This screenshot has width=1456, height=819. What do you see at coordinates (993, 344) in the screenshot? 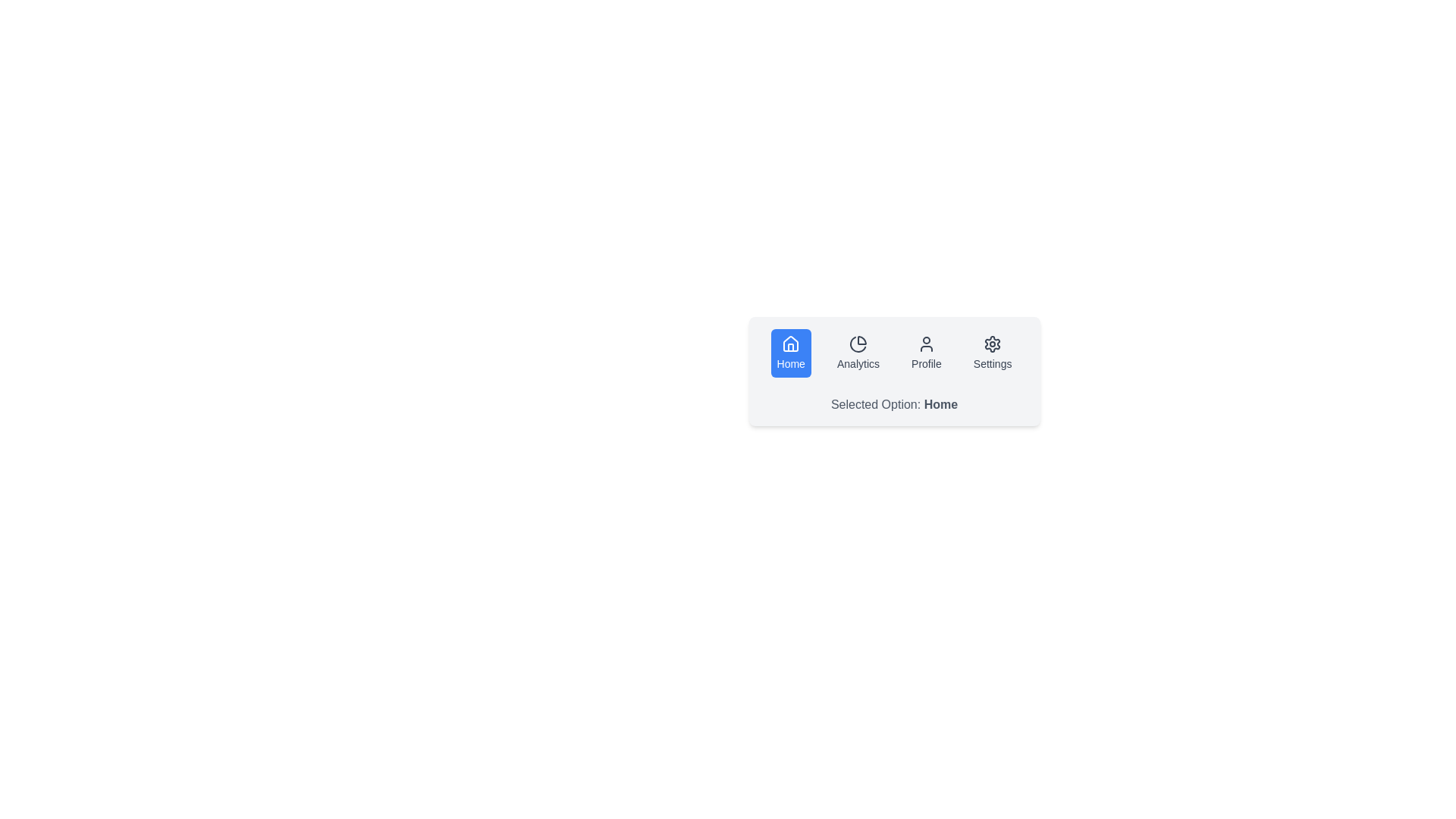
I see `the gear-shaped icon located at the top-right section of the interface` at bounding box center [993, 344].